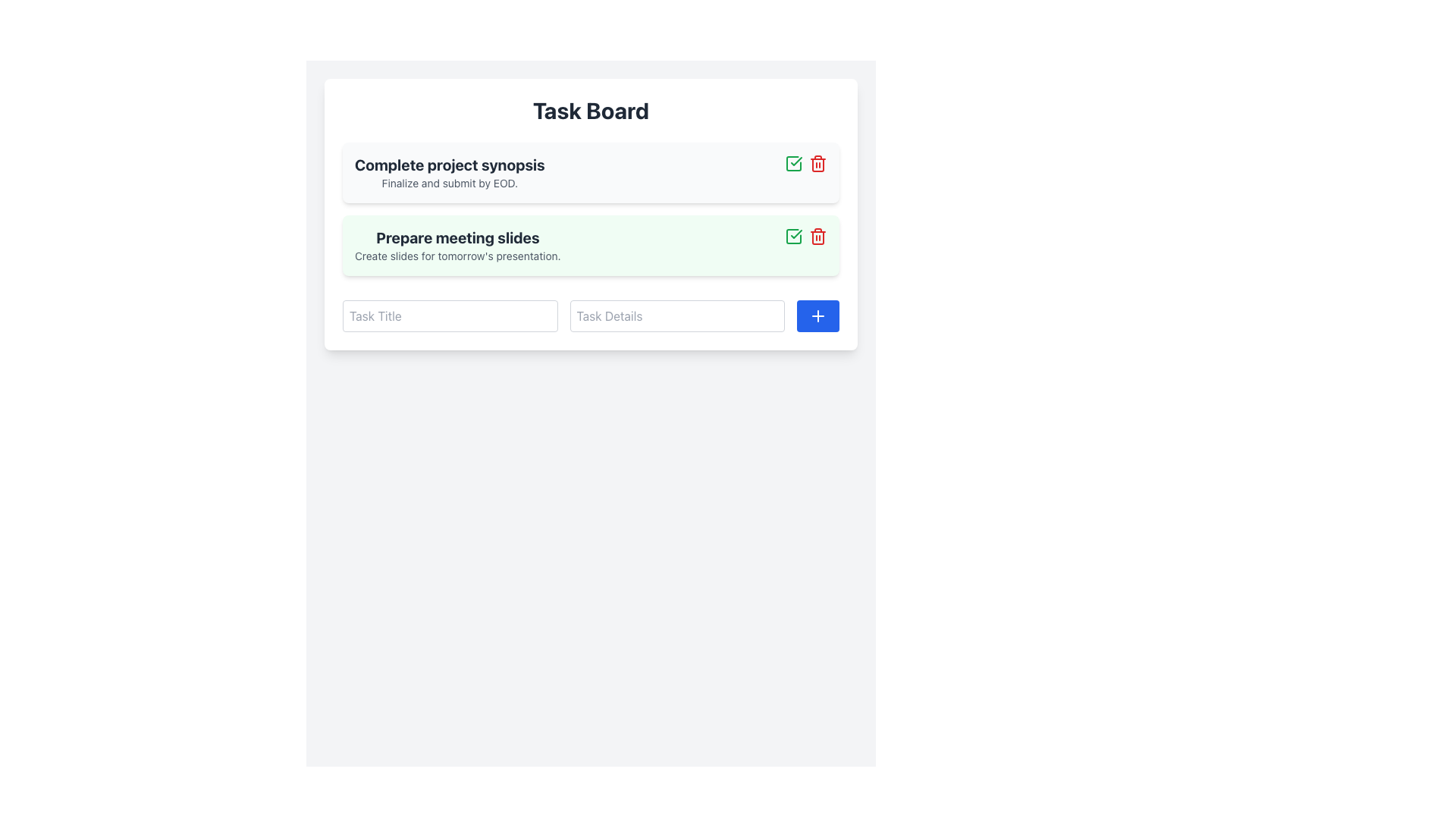 The width and height of the screenshot is (1456, 819). What do you see at coordinates (449, 165) in the screenshot?
I see `the bold text label that reads 'Complete project synopsis' located at the top of the first task card in the task board` at bounding box center [449, 165].